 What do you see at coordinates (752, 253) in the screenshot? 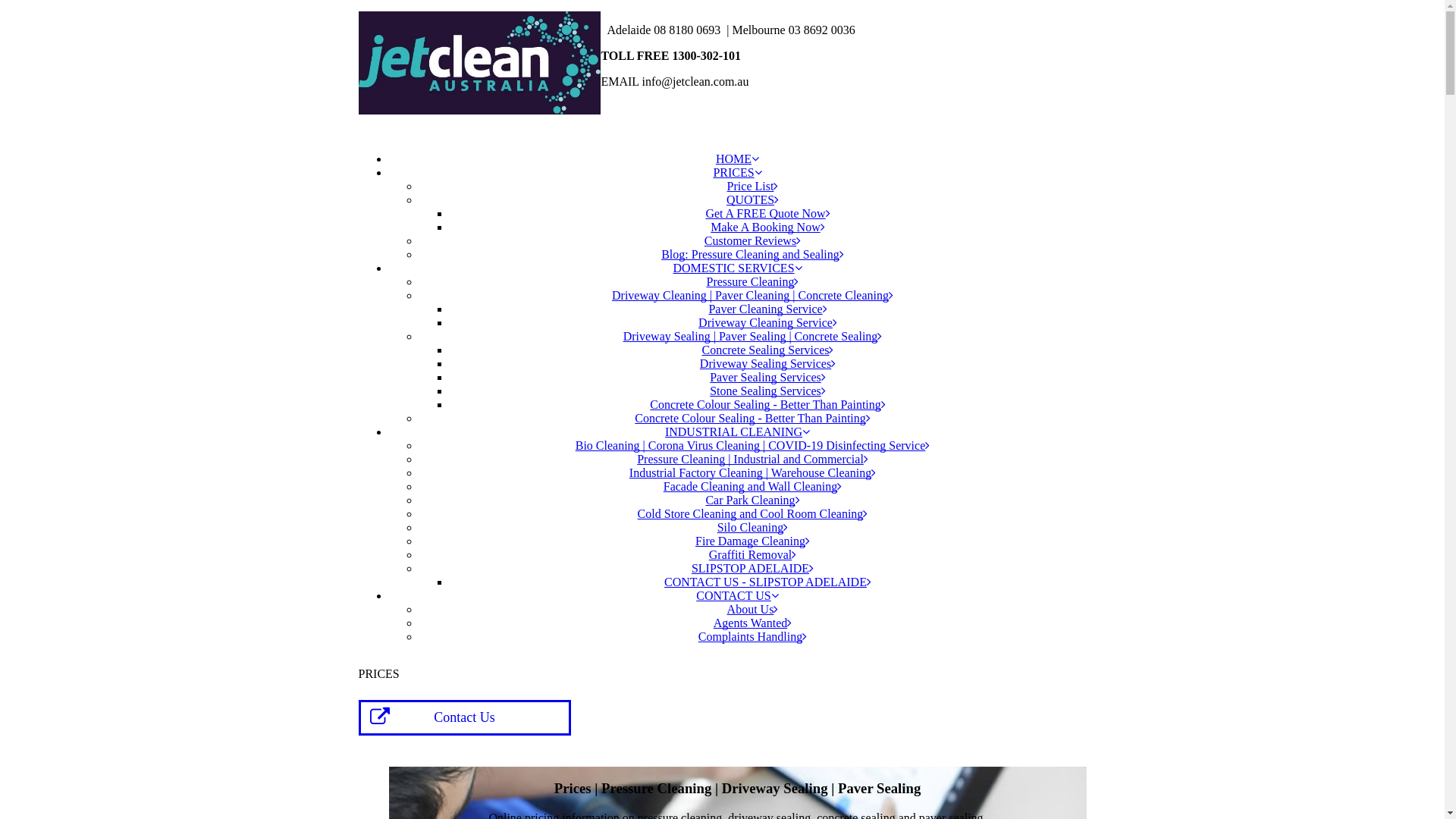
I see `'Blog: Pressure Cleaning and Sealing'` at bounding box center [752, 253].